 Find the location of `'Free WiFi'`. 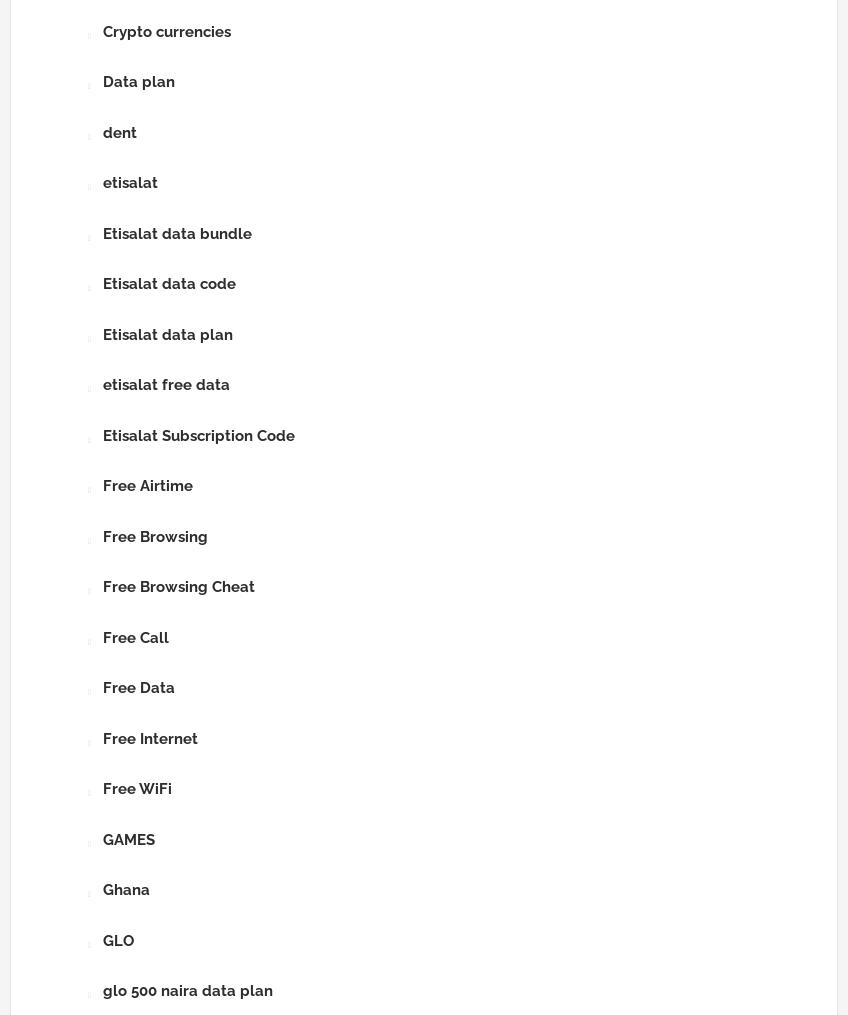

'Free WiFi' is located at coordinates (136, 787).